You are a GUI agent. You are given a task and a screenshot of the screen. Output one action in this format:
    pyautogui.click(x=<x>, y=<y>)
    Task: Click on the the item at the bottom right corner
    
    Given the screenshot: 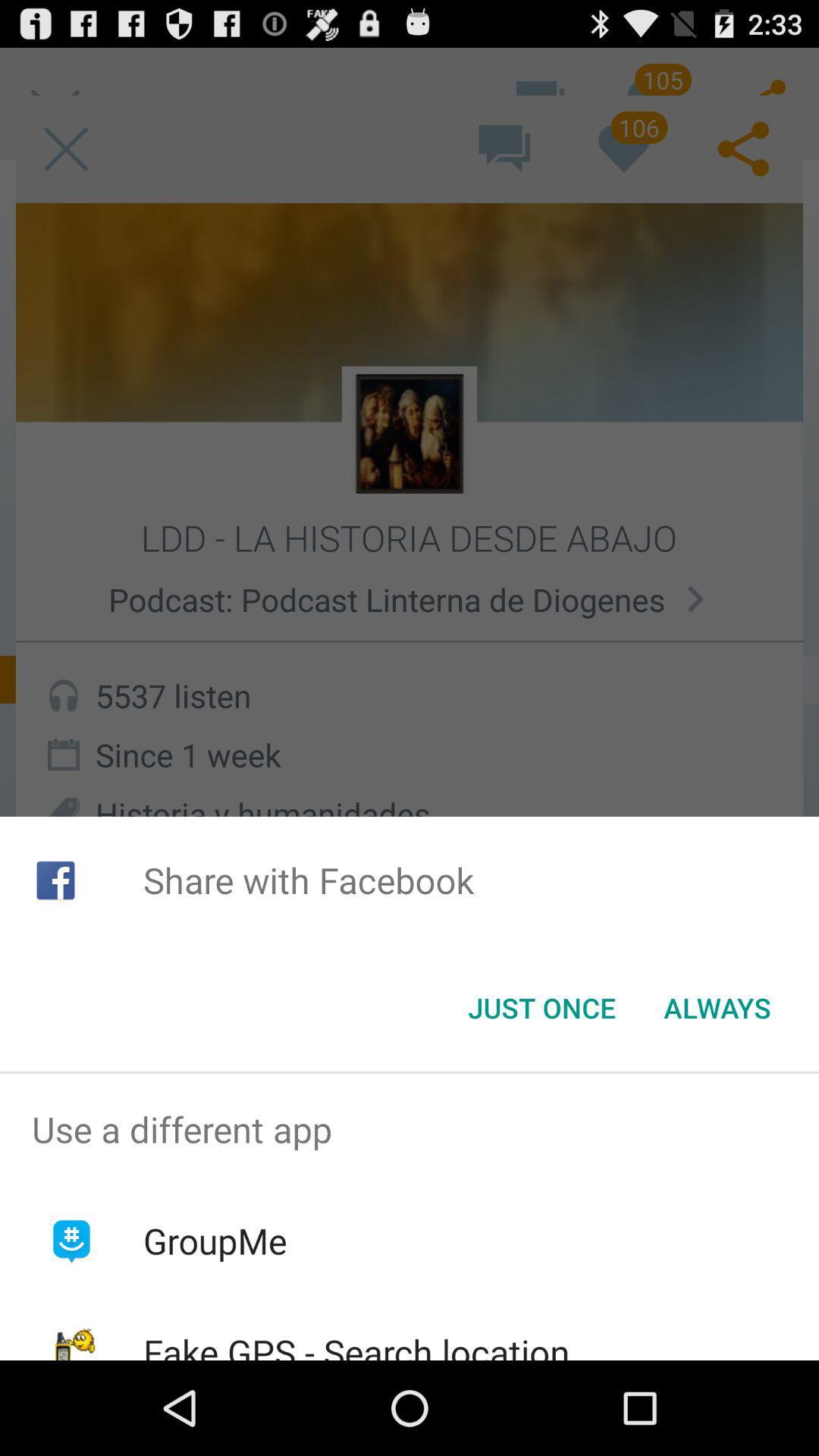 What is the action you would take?
    pyautogui.click(x=717, y=1008)
    